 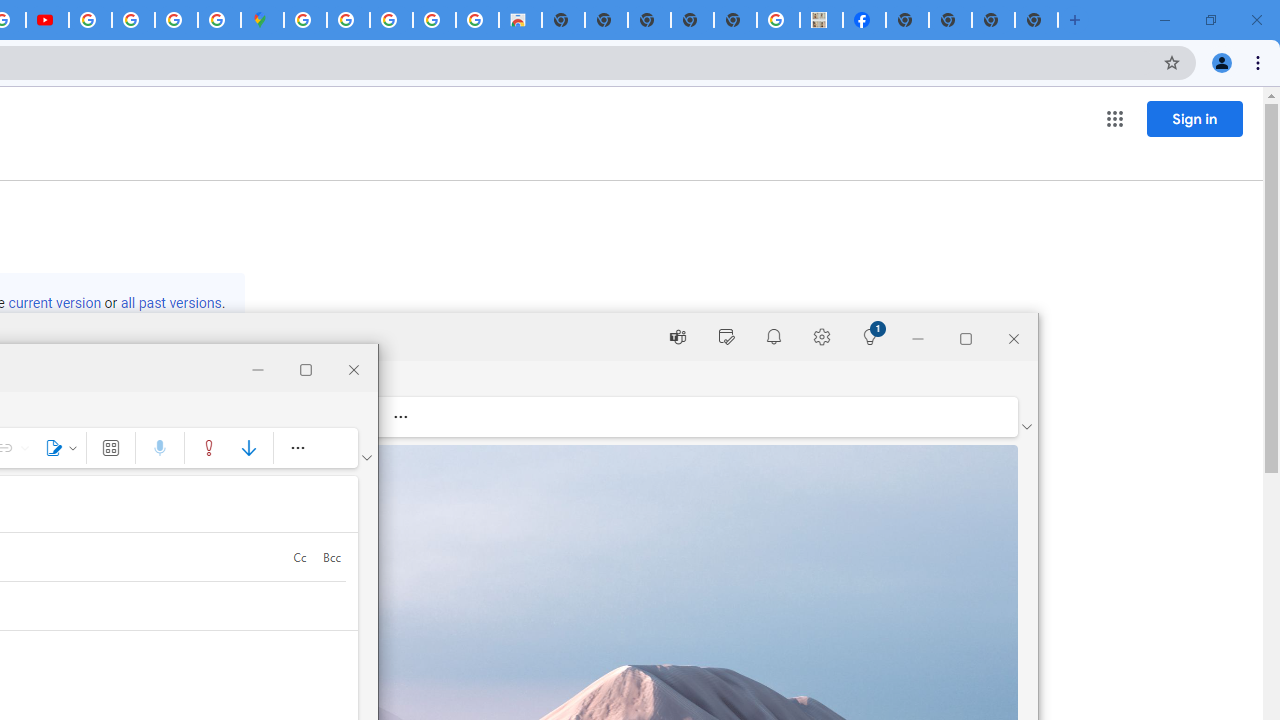 I want to click on 'More options', so click(x=296, y=446).